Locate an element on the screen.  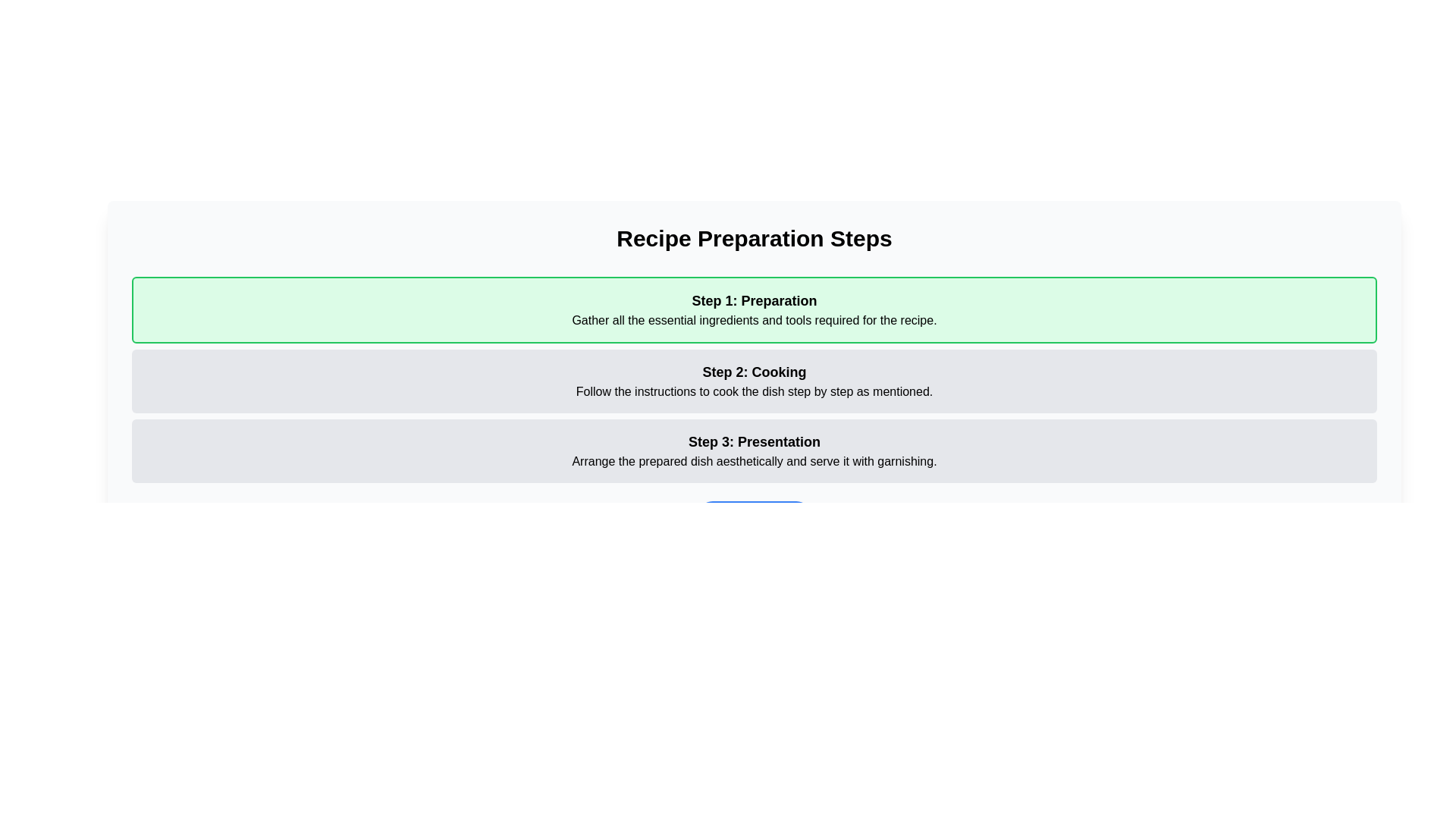
the navigation button located at the bottom of the 'Recipe Preparation Steps' panel to proceed to the next step is located at coordinates (754, 516).